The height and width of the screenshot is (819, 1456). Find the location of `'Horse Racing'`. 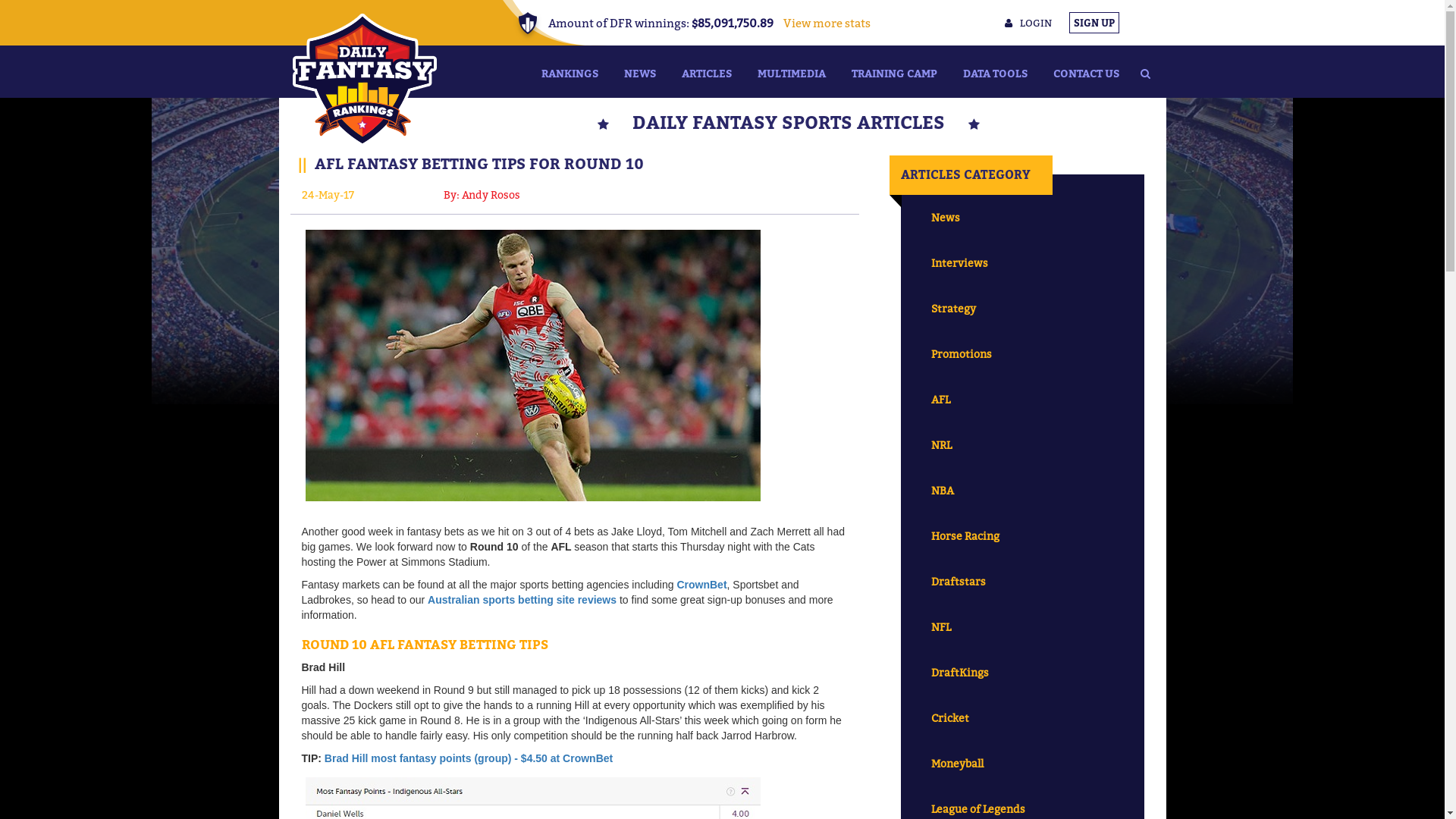

'Horse Racing' is located at coordinates (1022, 535).